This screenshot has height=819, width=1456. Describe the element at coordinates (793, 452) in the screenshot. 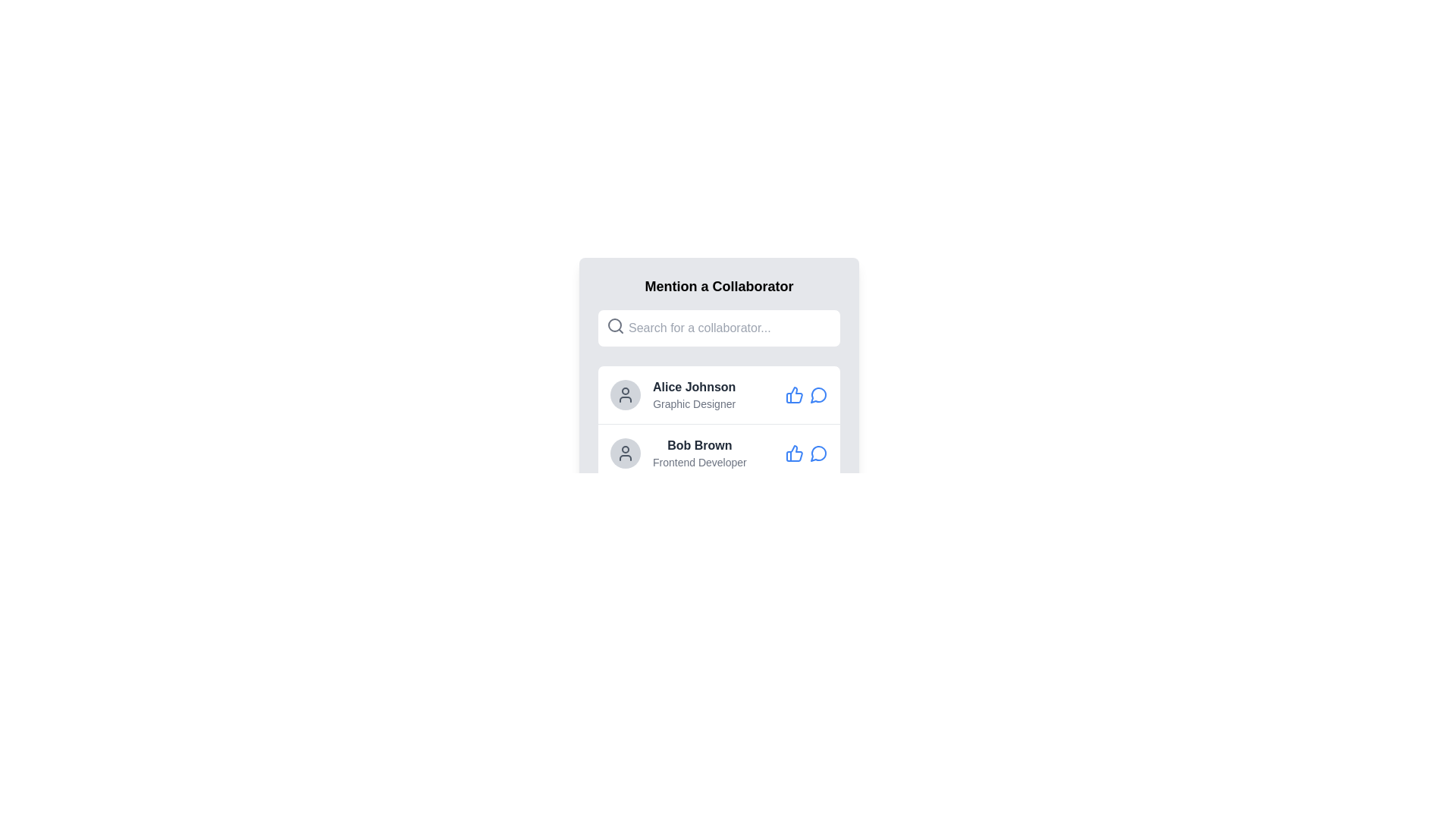

I see `the thumbs-up icon button` at that location.